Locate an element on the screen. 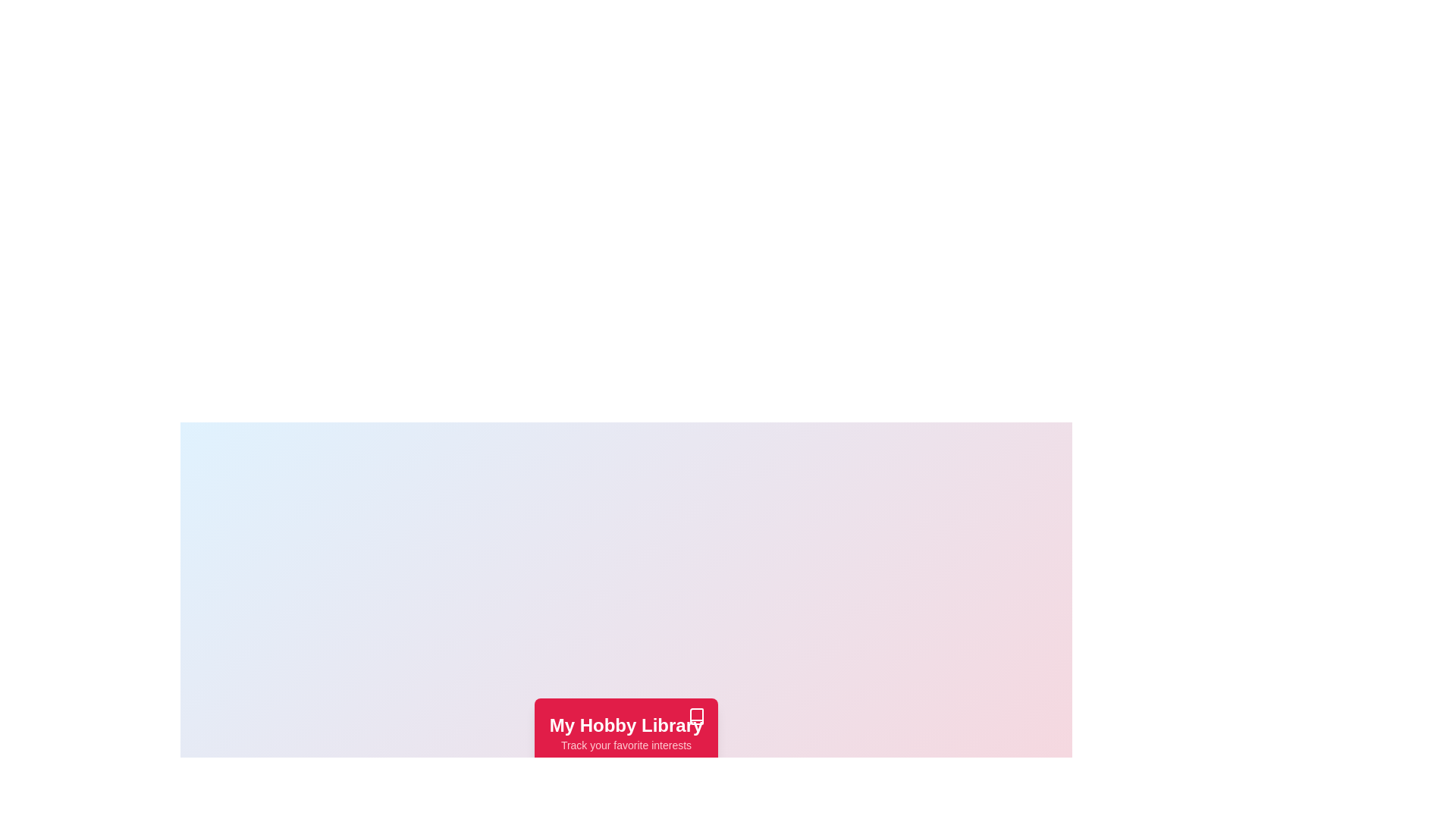  the text label providing supplementary context to 'My Hobby Library', which is centrally positioned below the heading and within a vivid rose-colored background is located at coordinates (626, 745).